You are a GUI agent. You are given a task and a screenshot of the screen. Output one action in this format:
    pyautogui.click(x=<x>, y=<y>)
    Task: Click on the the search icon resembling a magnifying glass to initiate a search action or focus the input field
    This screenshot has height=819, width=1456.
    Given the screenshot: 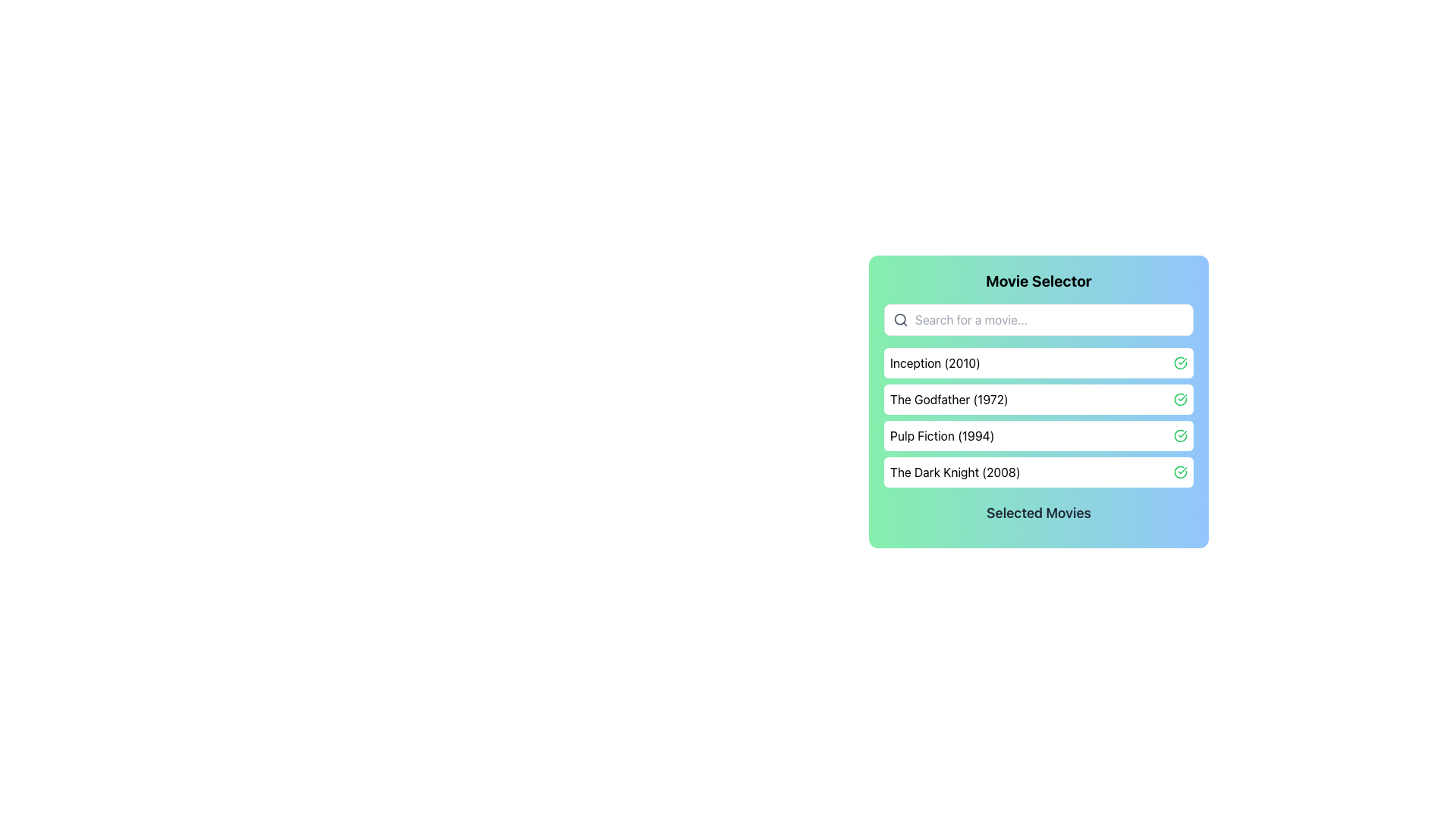 What is the action you would take?
    pyautogui.click(x=901, y=318)
    